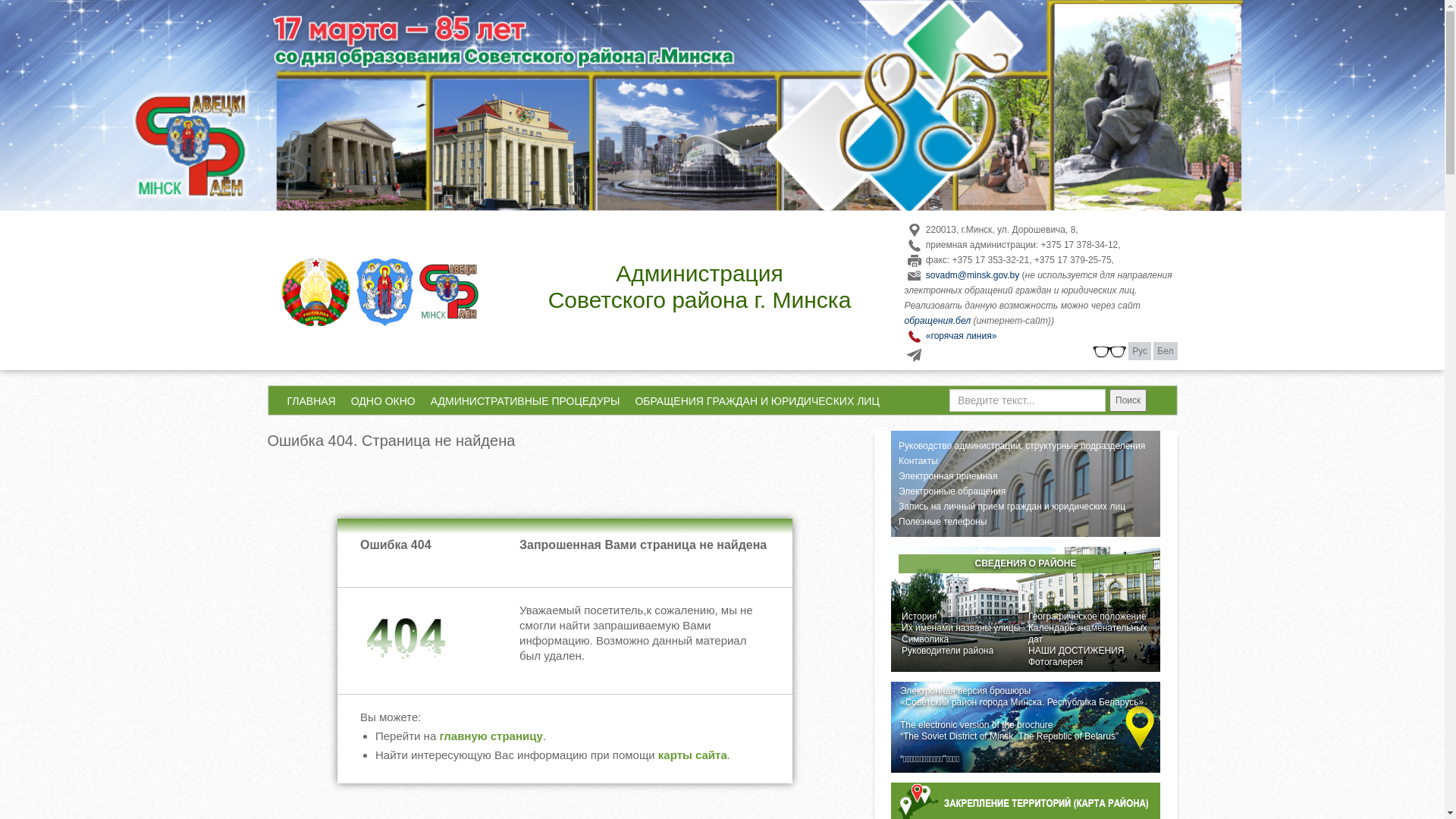  Describe the element at coordinates (972, 275) in the screenshot. I see `'sovadm@minsk.gov.by'` at that location.